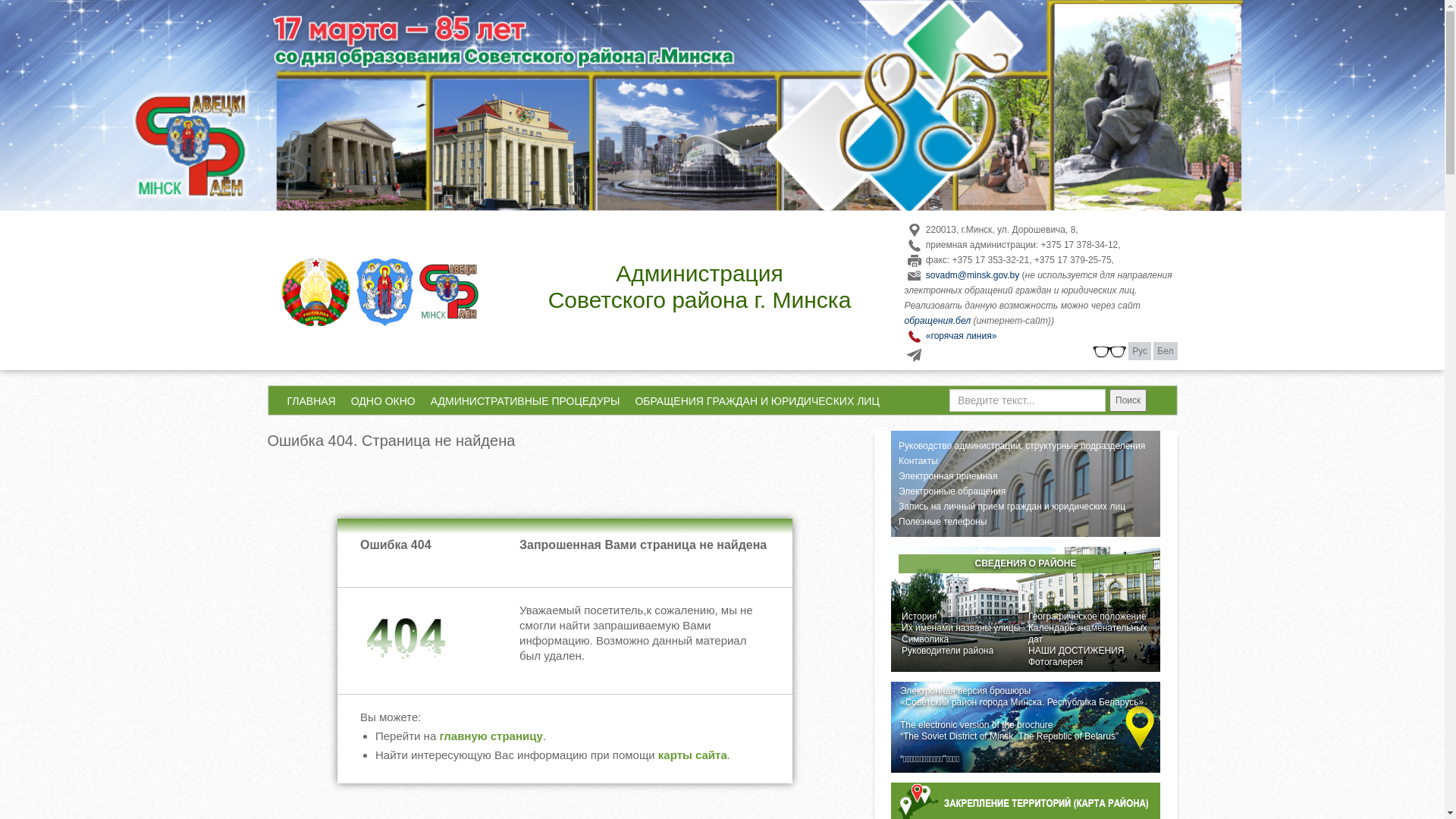  Describe the element at coordinates (972, 275) in the screenshot. I see `'sovadm@minsk.gov.by'` at that location.